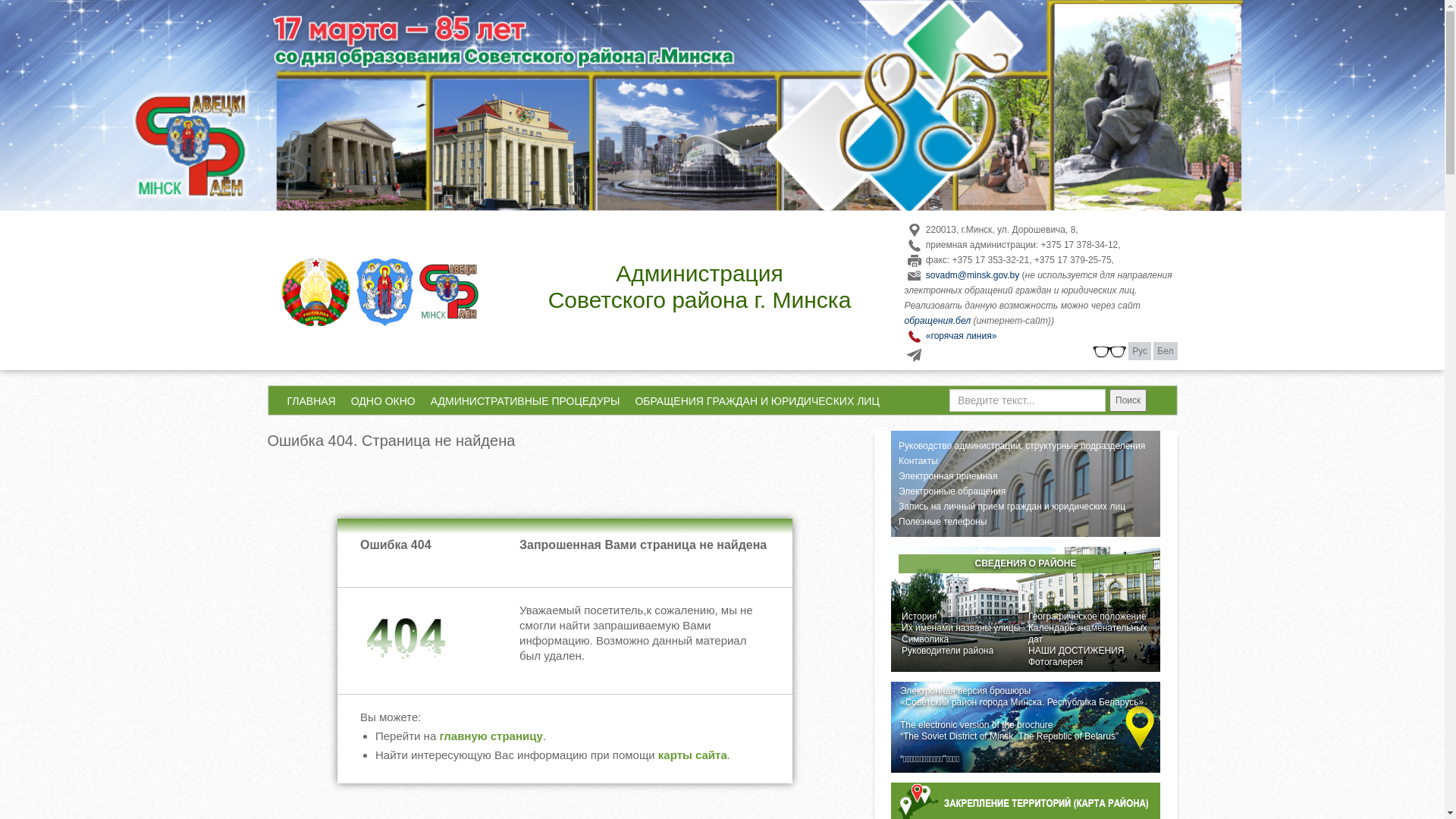  Describe the element at coordinates (972, 275) in the screenshot. I see `'sovadm@minsk.gov.by'` at that location.